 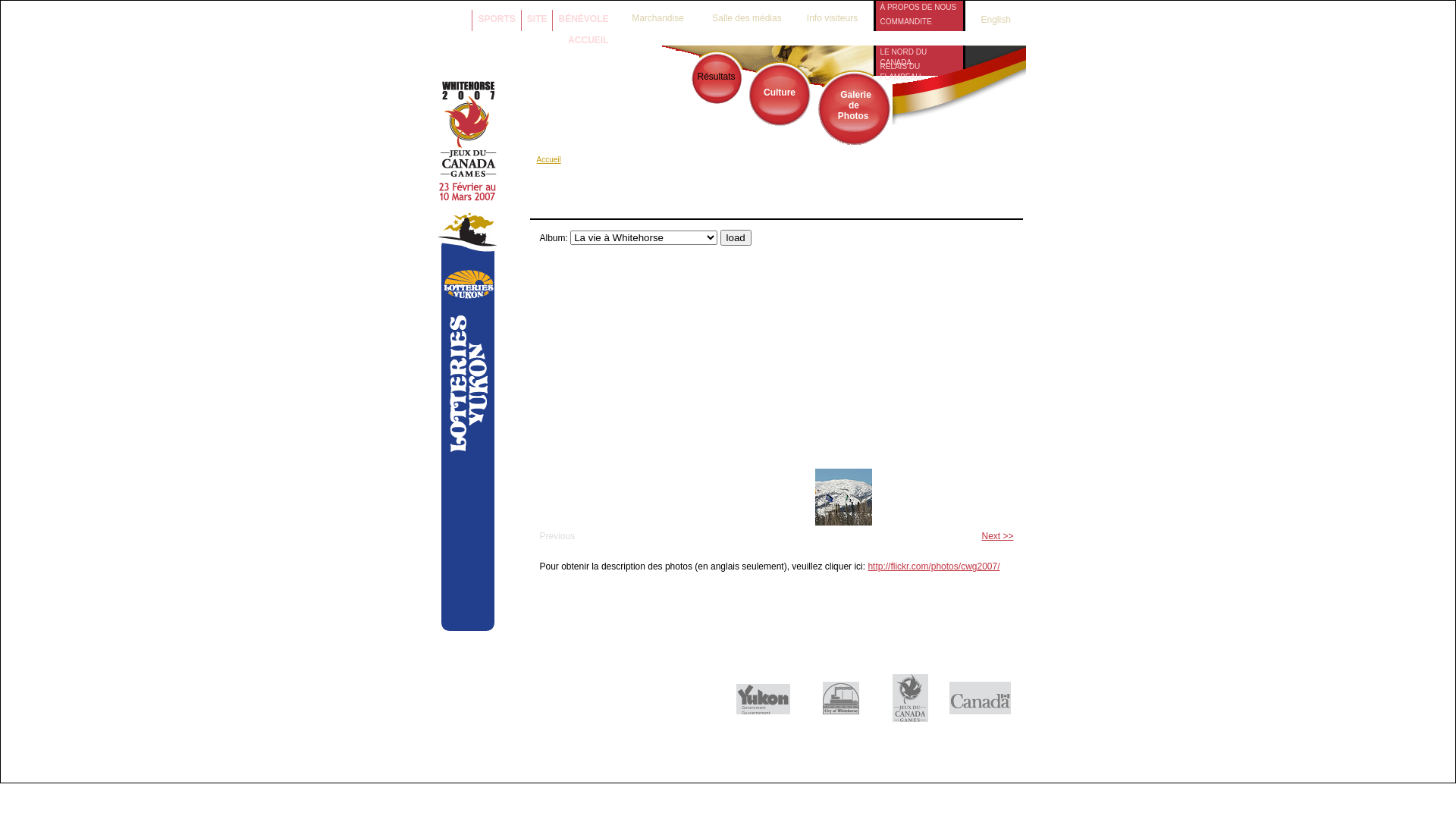 What do you see at coordinates (736, 237) in the screenshot?
I see `'load'` at bounding box center [736, 237].